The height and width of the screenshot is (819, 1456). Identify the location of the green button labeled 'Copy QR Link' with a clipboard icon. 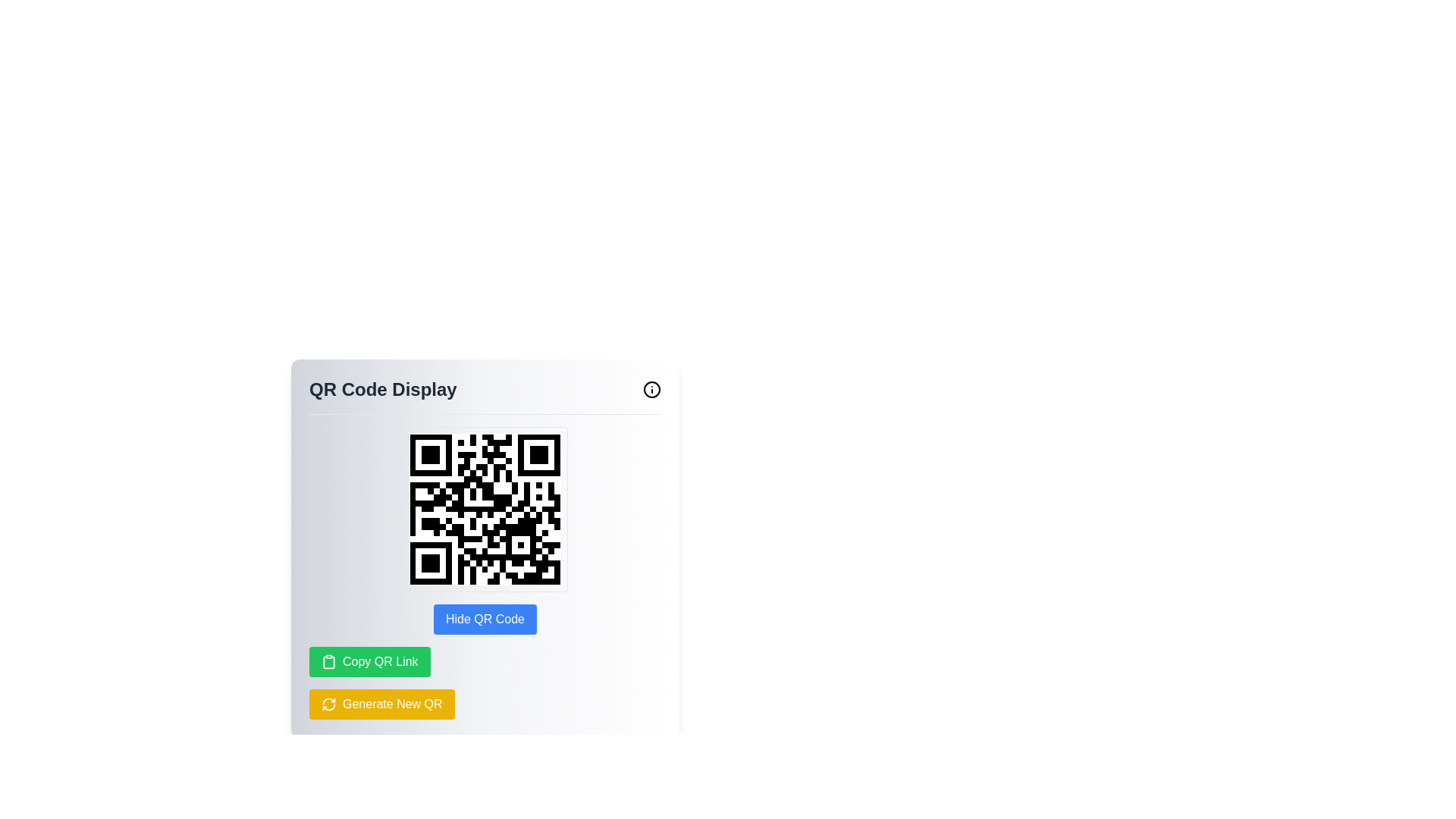
(369, 661).